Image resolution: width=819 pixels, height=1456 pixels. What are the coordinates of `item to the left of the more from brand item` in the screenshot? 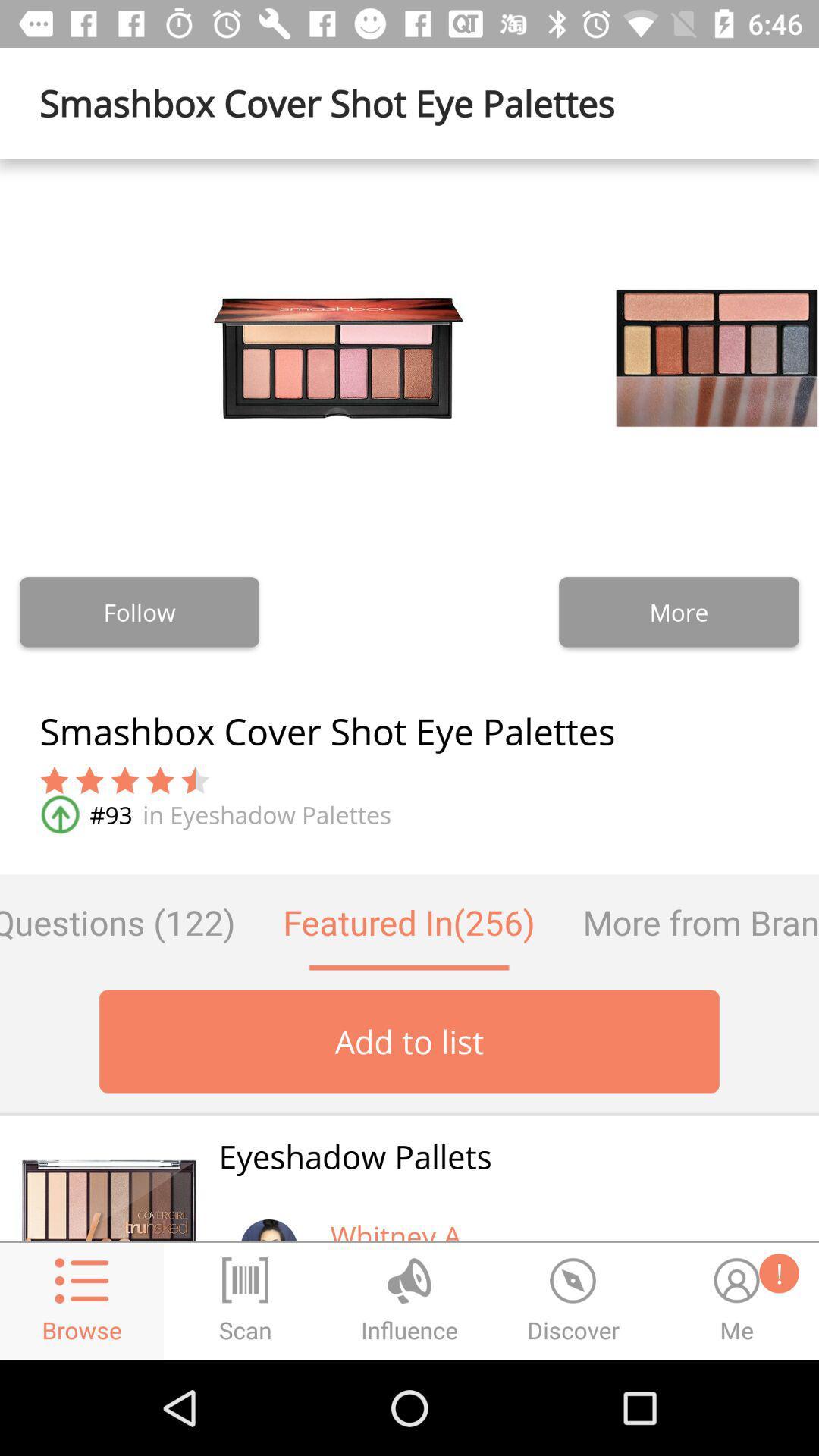 It's located at (408, 921).